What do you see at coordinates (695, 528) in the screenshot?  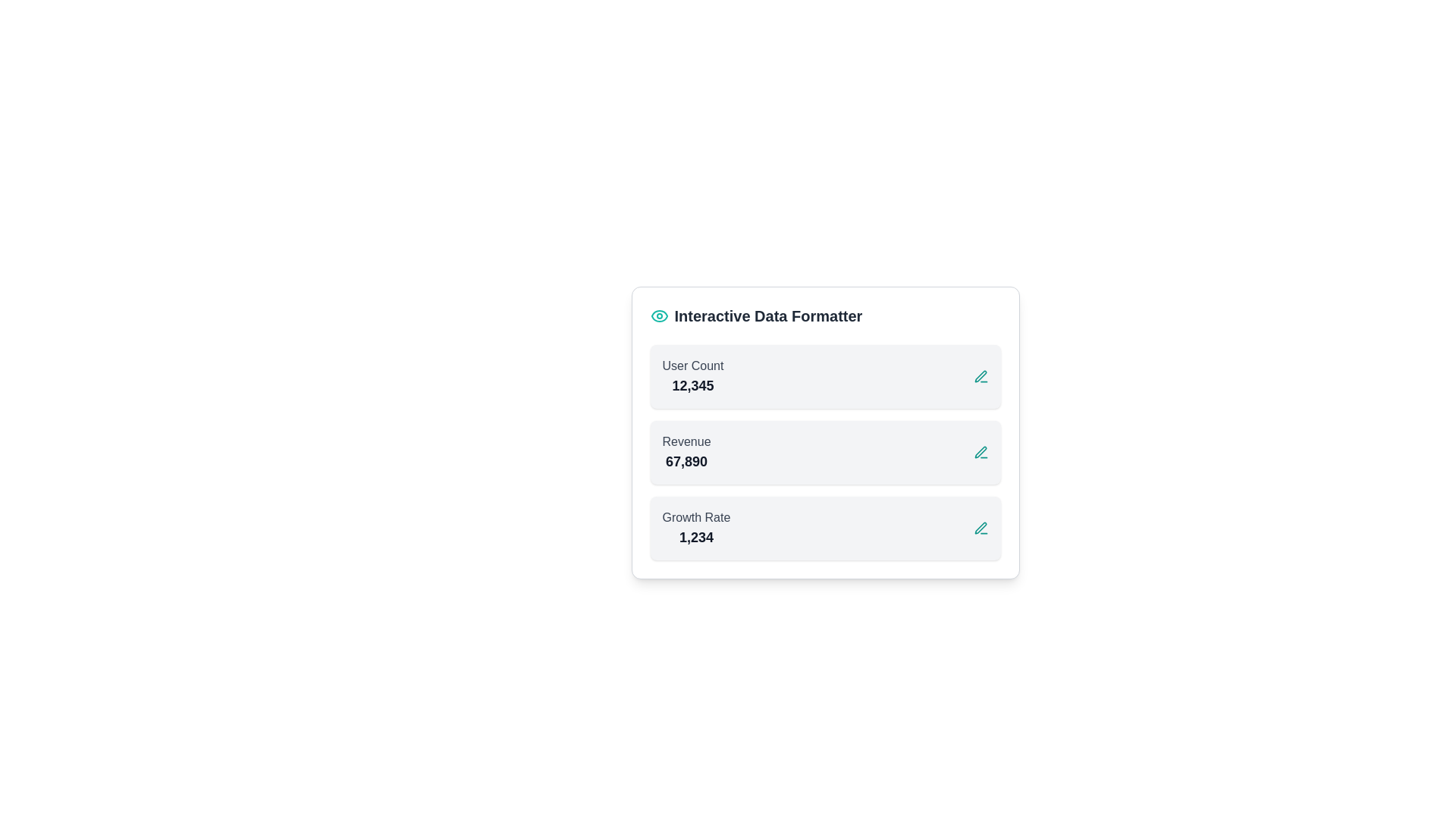 I see `the data label displaying the 'Growth Rate' value located under the 'Interactive Data Formatter' section, which is the third item in the list below 'Revenue'` at bounding box center [695, 528].